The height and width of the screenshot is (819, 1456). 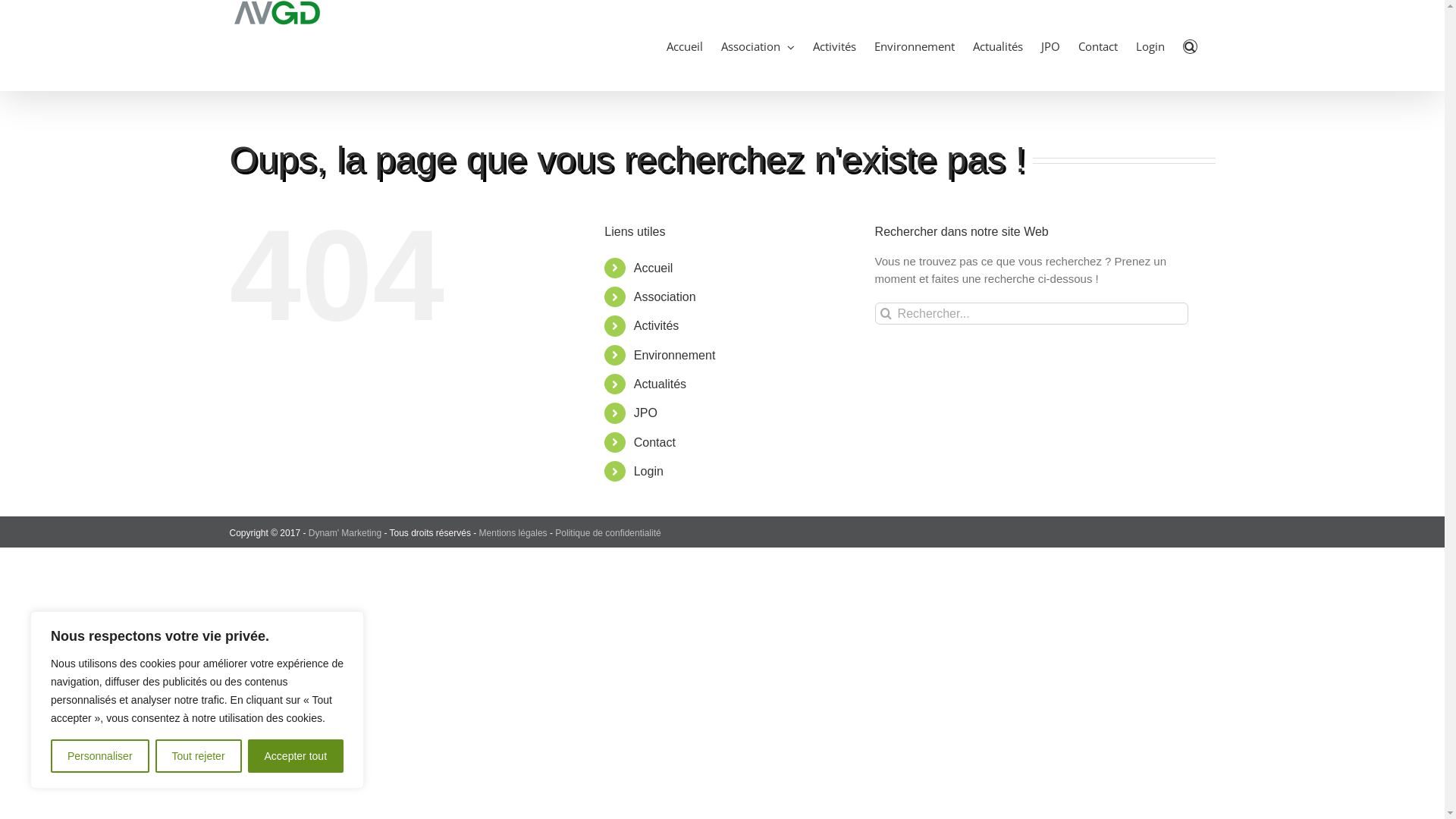 I want to click on 'Personnaliser', so click(x=99, y=755).